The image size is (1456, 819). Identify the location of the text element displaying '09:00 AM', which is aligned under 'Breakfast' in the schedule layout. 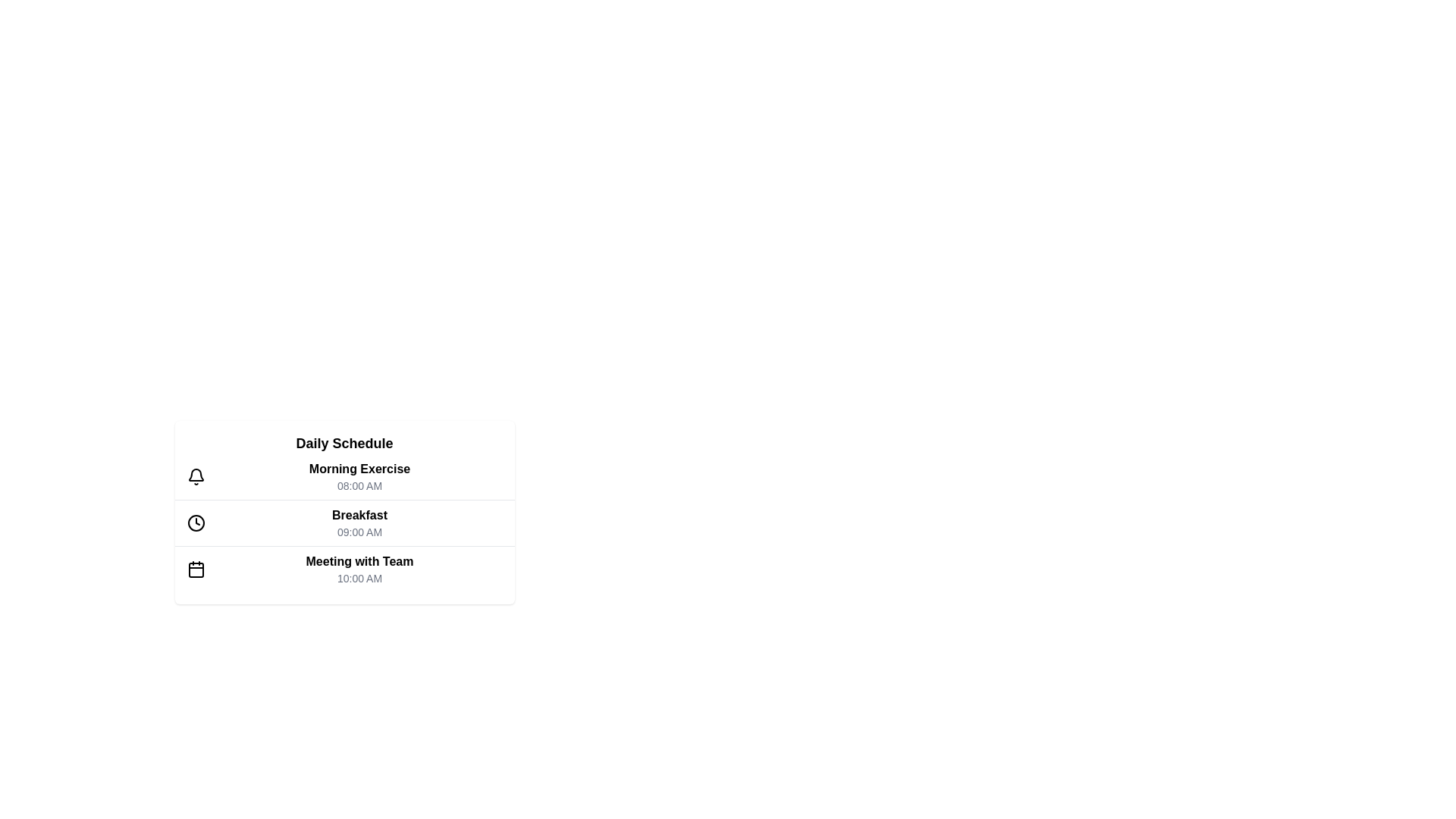
(359, 532).